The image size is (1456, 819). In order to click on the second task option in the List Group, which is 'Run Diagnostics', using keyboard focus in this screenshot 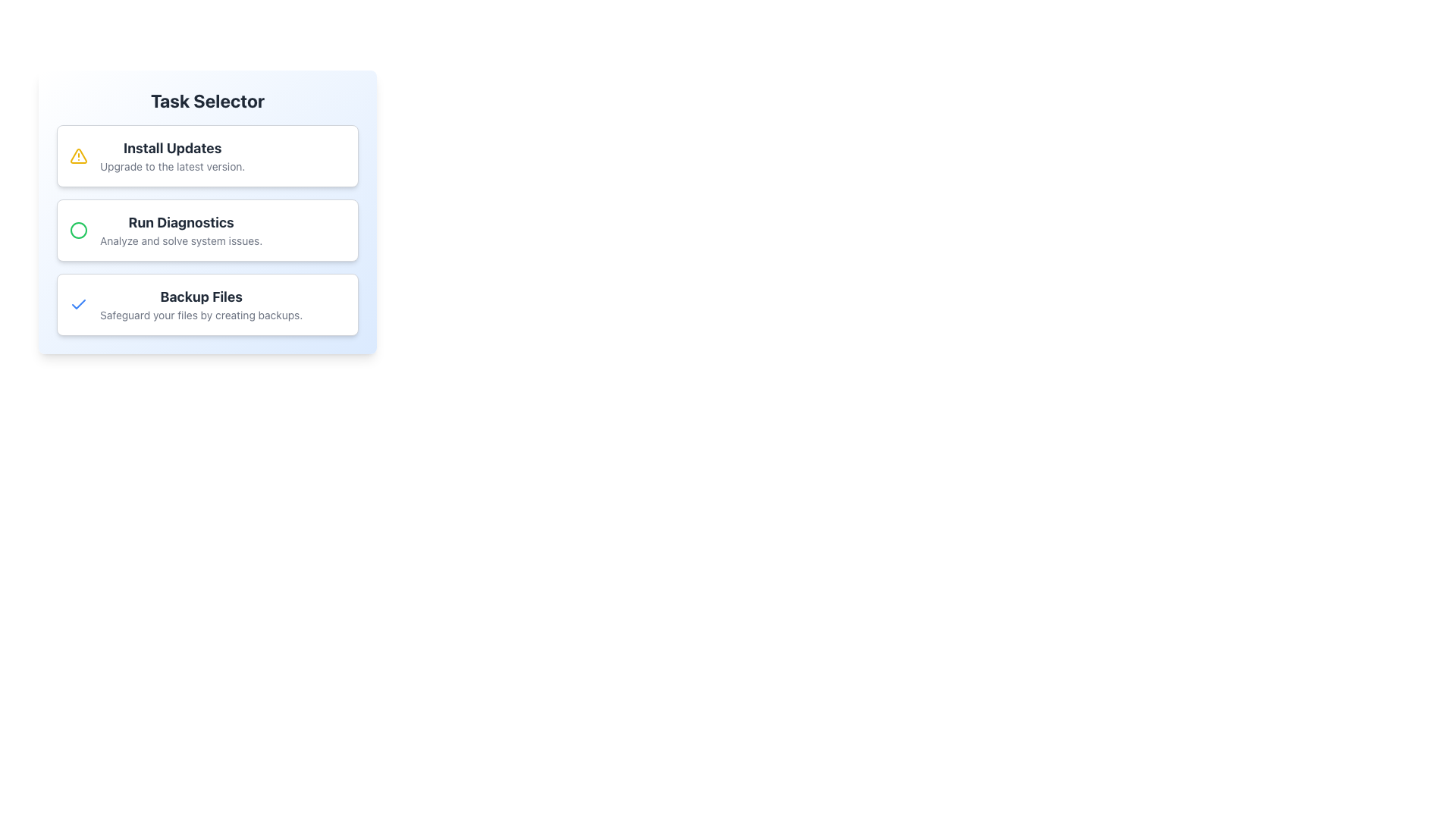, I will do `click(206, 231)`.